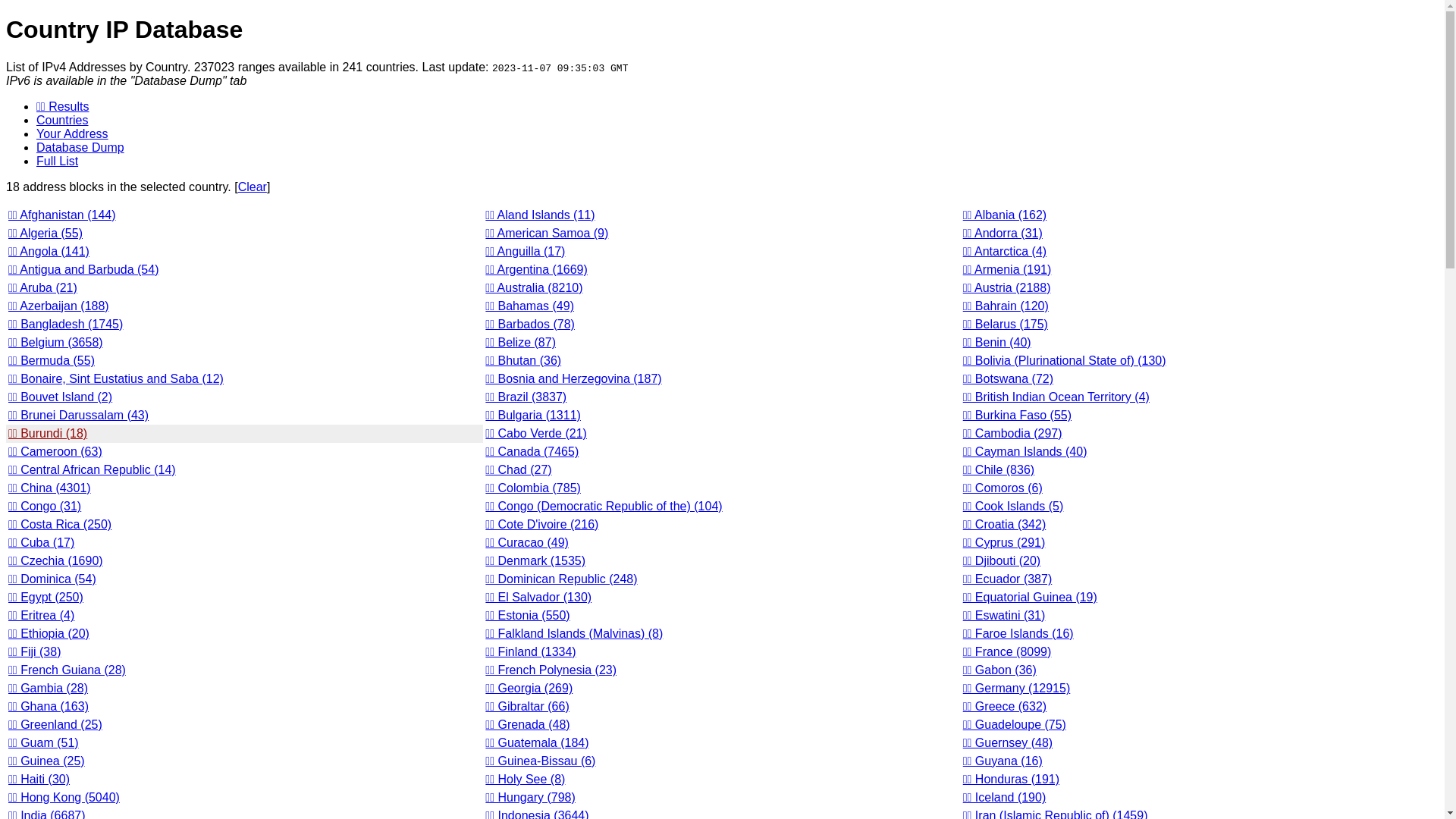 The height and width of the screenshot is (819, 1456). What do you see at coordinates (79, 147) in the screenshot?
I see `'Database Dump'` at bounding box center [79, 147].